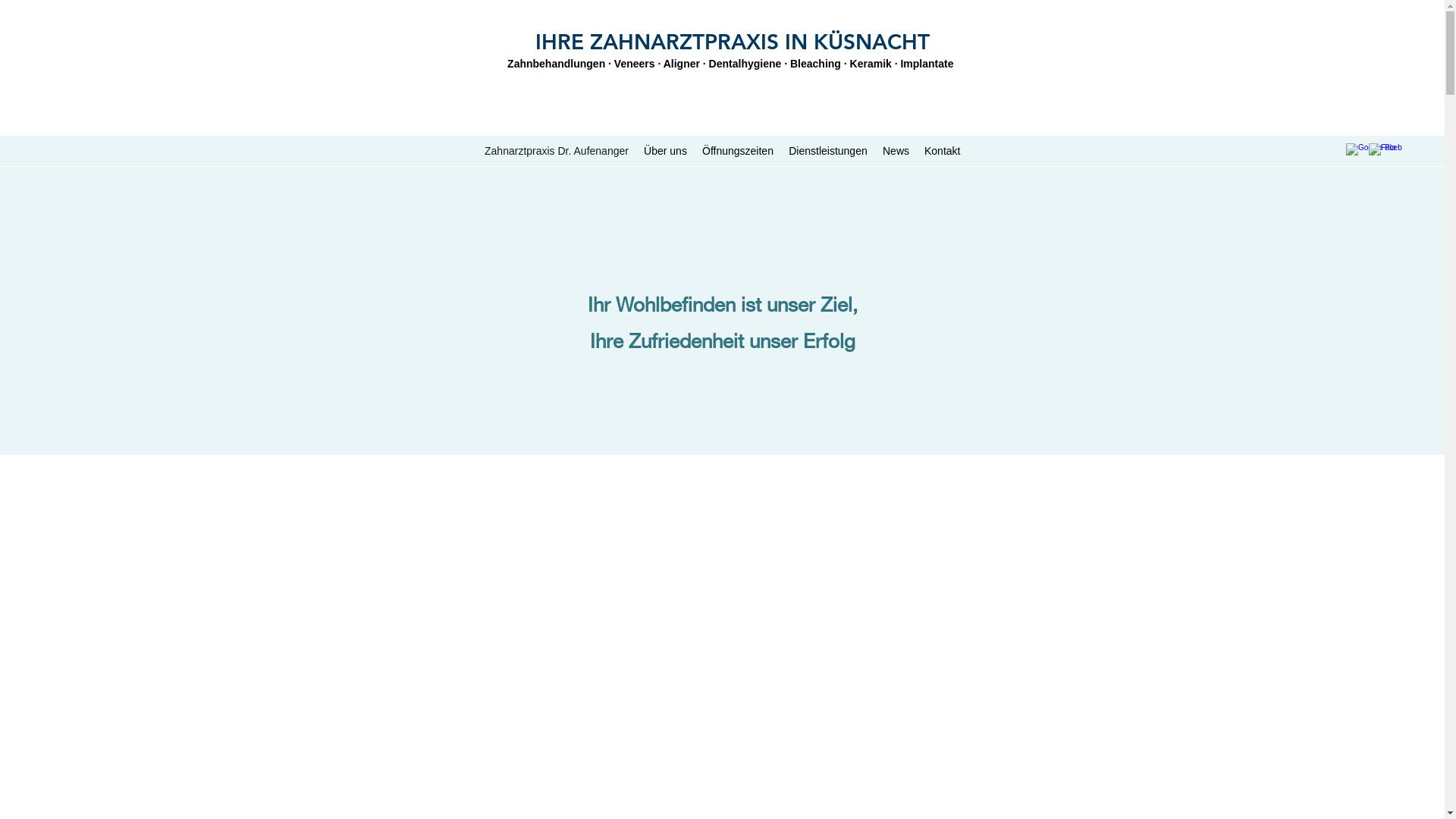  What do you see at coordinates (827, 151) in the screenshot?
I see `'Dienstleistungen'` at bounding box center [827, 151].